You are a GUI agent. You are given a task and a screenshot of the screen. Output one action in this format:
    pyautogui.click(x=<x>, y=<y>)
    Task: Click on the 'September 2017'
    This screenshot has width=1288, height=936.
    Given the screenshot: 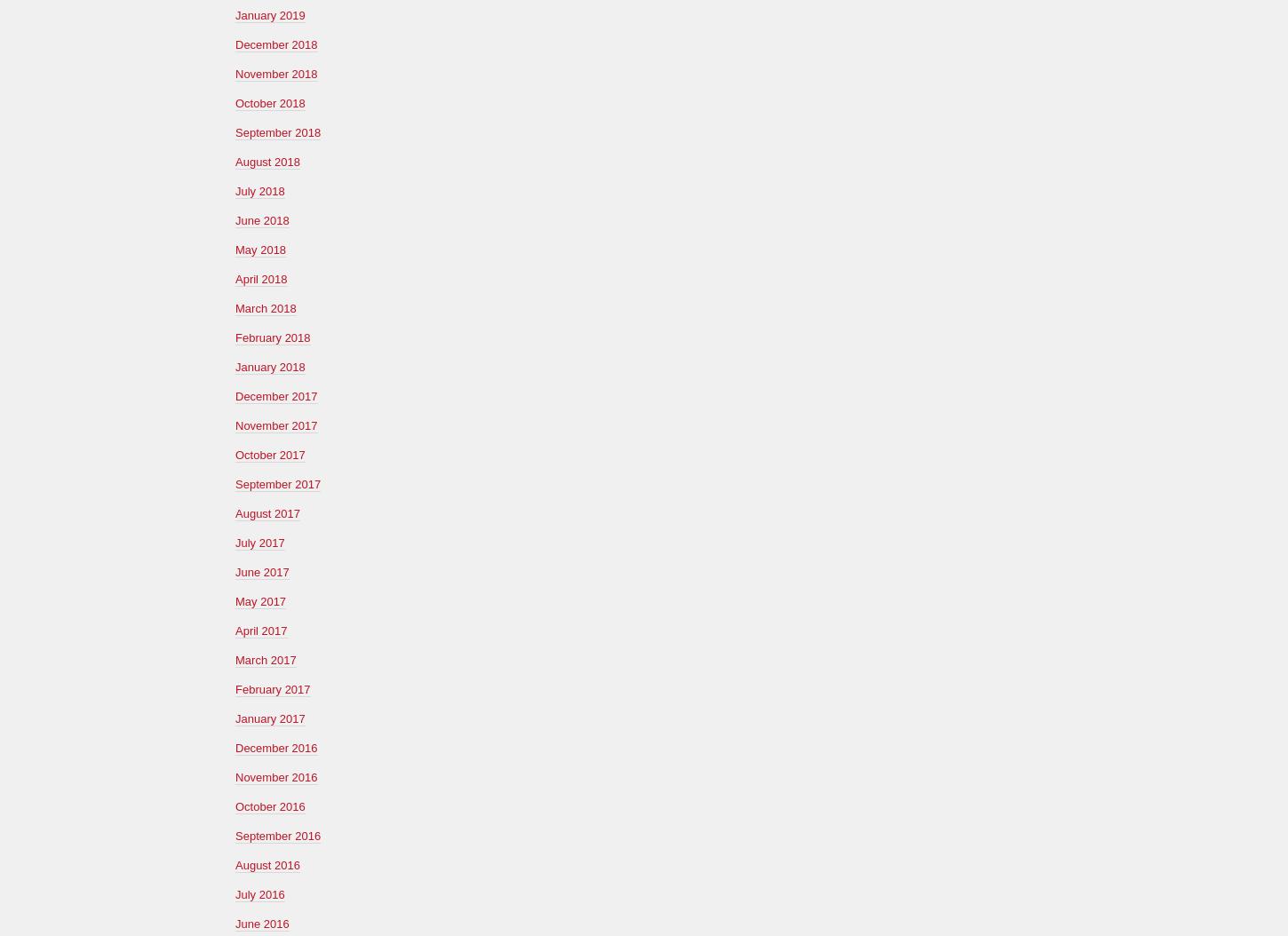 What is the action you would take?
    pyautogui.click(x=235, y=483)
    